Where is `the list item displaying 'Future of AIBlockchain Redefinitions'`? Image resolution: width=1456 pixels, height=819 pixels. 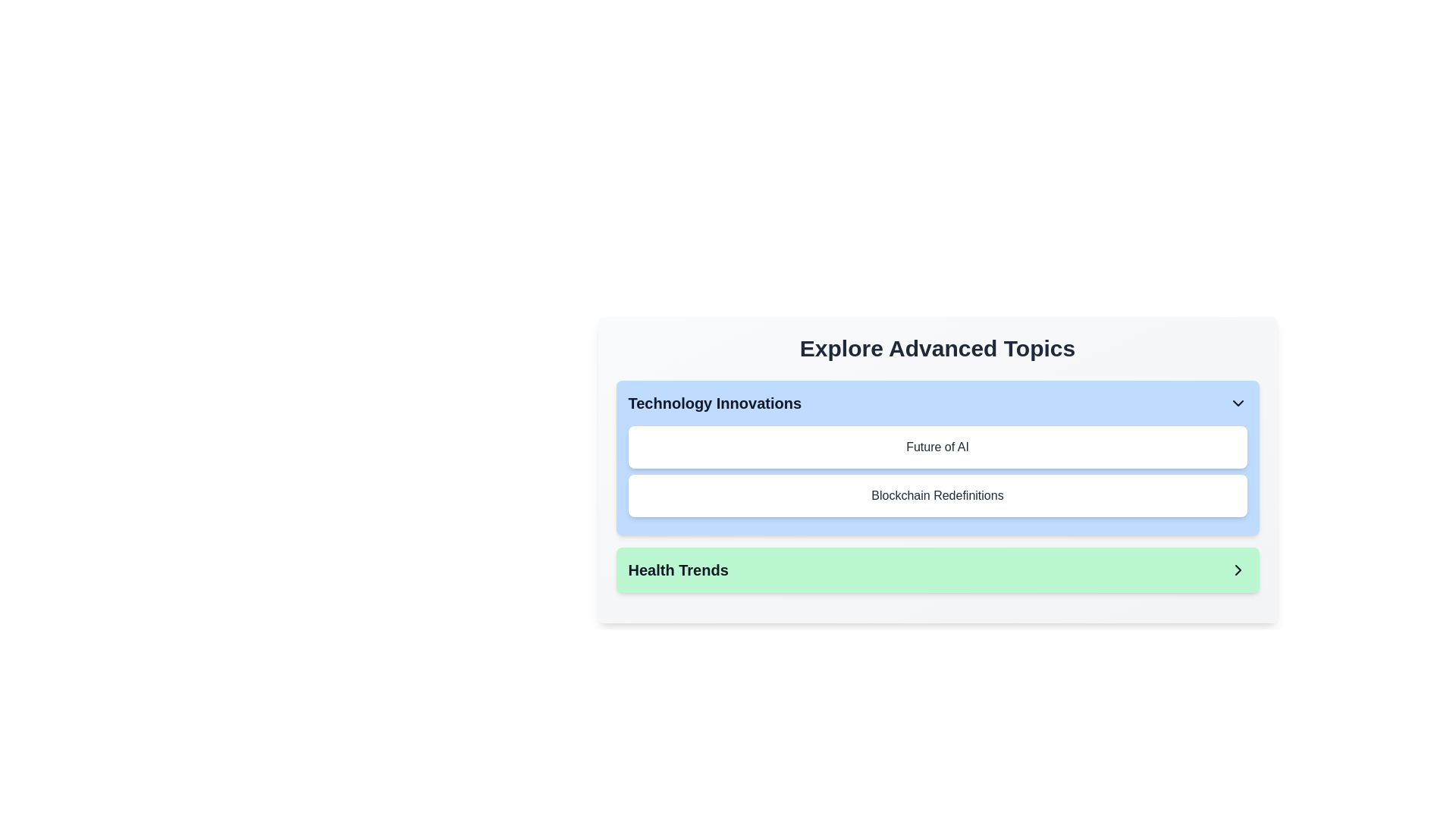
the list item displaying 'Future of AIBlockchain Redefinitions' is located at coordinates (937, 470).